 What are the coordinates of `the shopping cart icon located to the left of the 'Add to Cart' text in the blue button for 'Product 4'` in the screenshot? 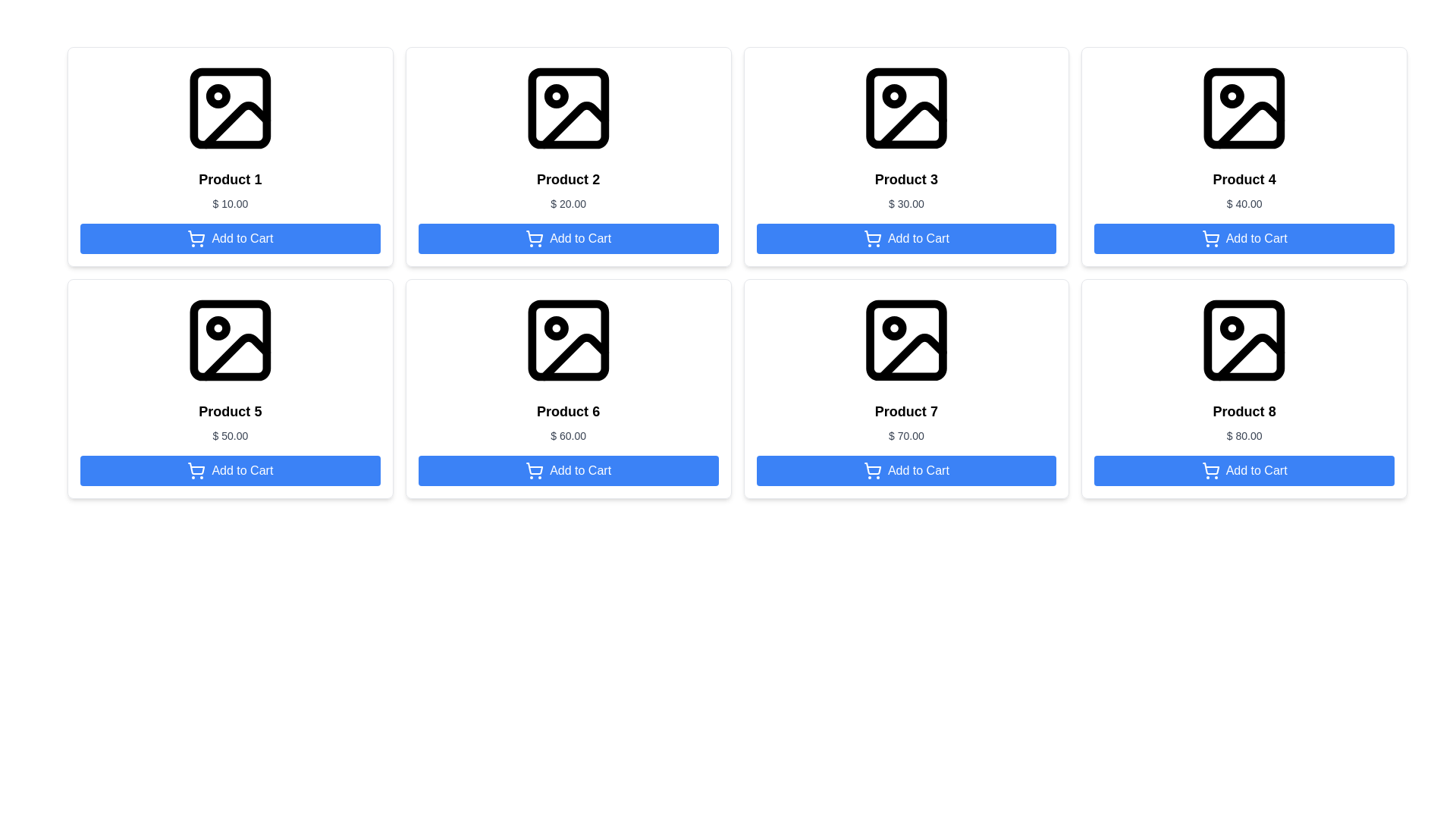 It's located at (1210, 239).